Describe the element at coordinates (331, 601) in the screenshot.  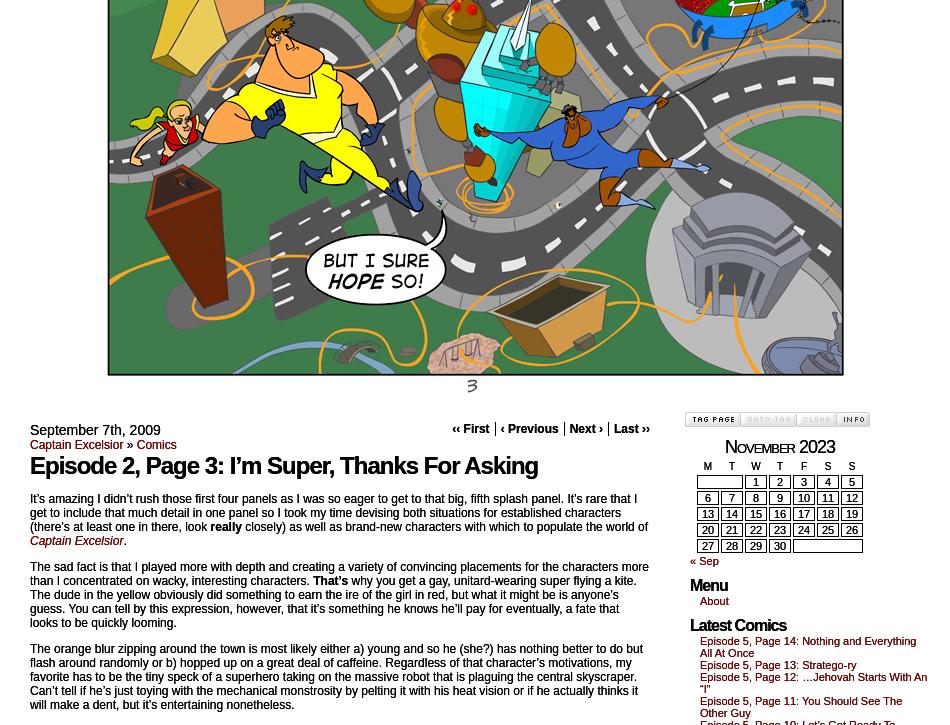
I see `'why you get a gay, unitard-wearing super flying a kite. The dude in the yellow obviously did something to earn the ire of the girl in red, but what it might be is anyone’s guess. You can tell by this expression, however, that it’s something he knows he’ll pay for eventually, a fate that looks to be quickly looming.'` at that location.